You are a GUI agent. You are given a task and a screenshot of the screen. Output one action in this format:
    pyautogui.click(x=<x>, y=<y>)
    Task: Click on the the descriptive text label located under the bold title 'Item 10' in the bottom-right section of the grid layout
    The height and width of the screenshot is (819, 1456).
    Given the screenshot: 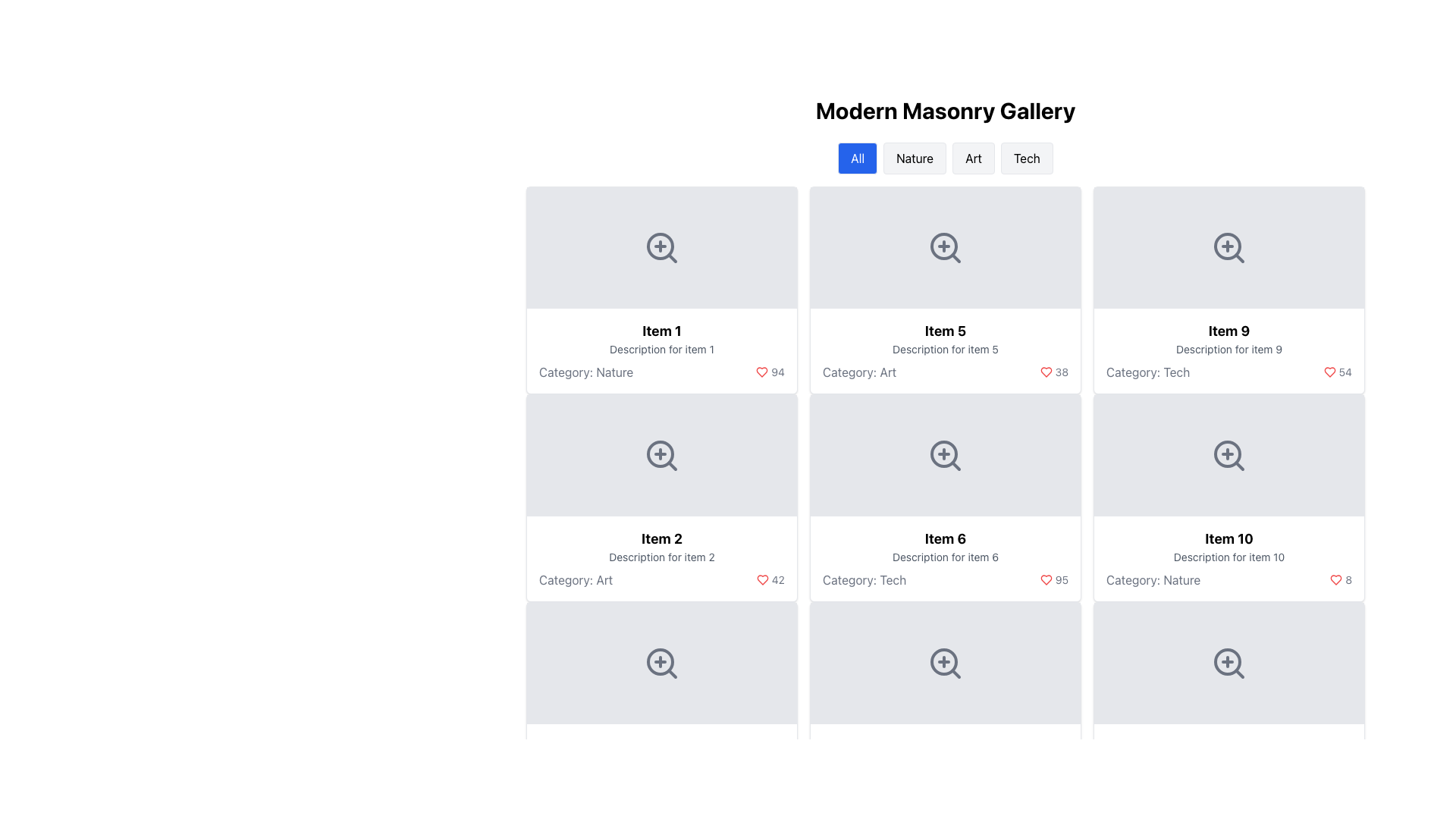 What is the action you would take?
    pyautogui.click(x=1229, y=557)
    